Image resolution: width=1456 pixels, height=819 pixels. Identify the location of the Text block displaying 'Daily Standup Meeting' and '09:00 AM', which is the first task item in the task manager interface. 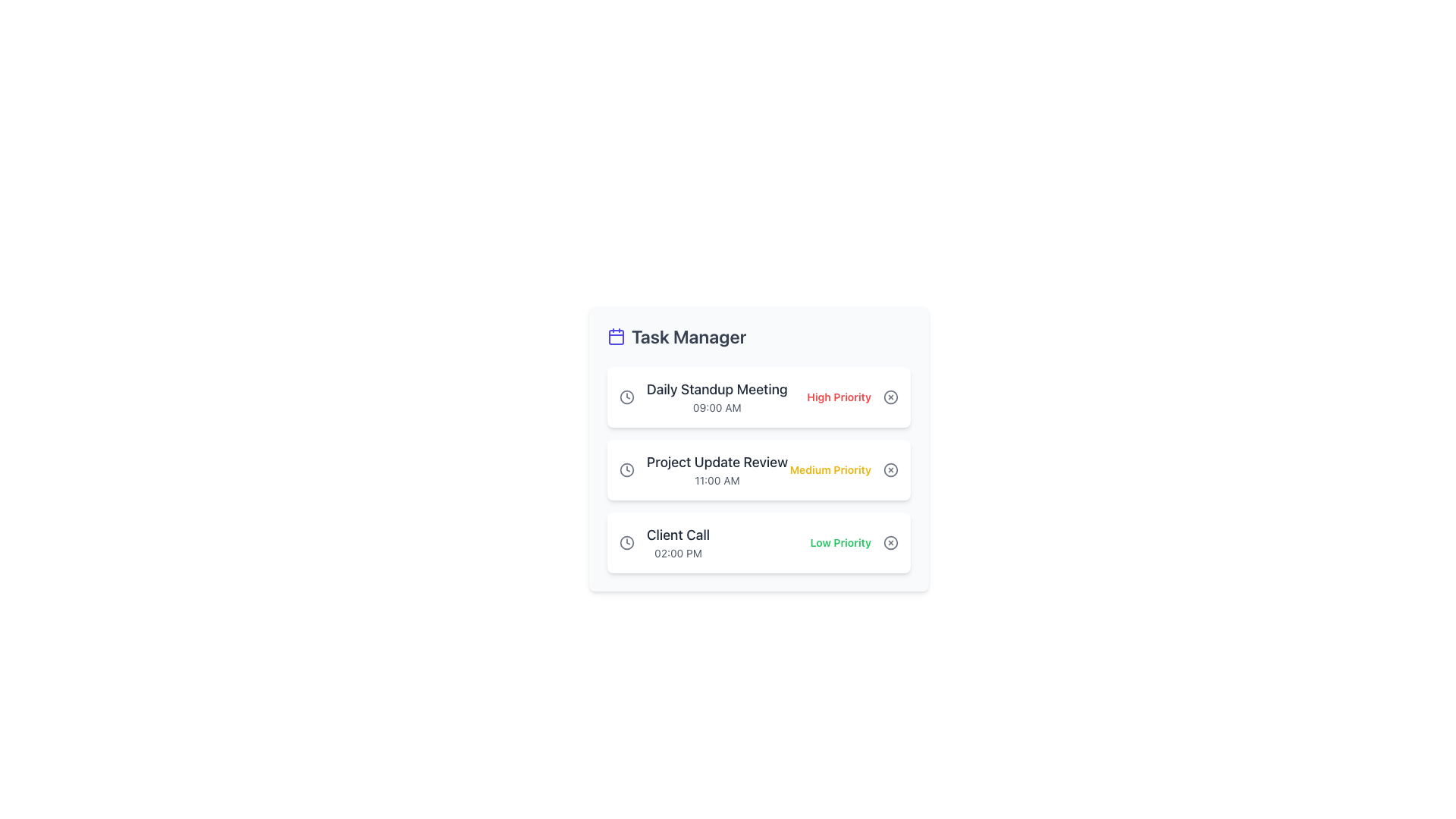
(716, 397).